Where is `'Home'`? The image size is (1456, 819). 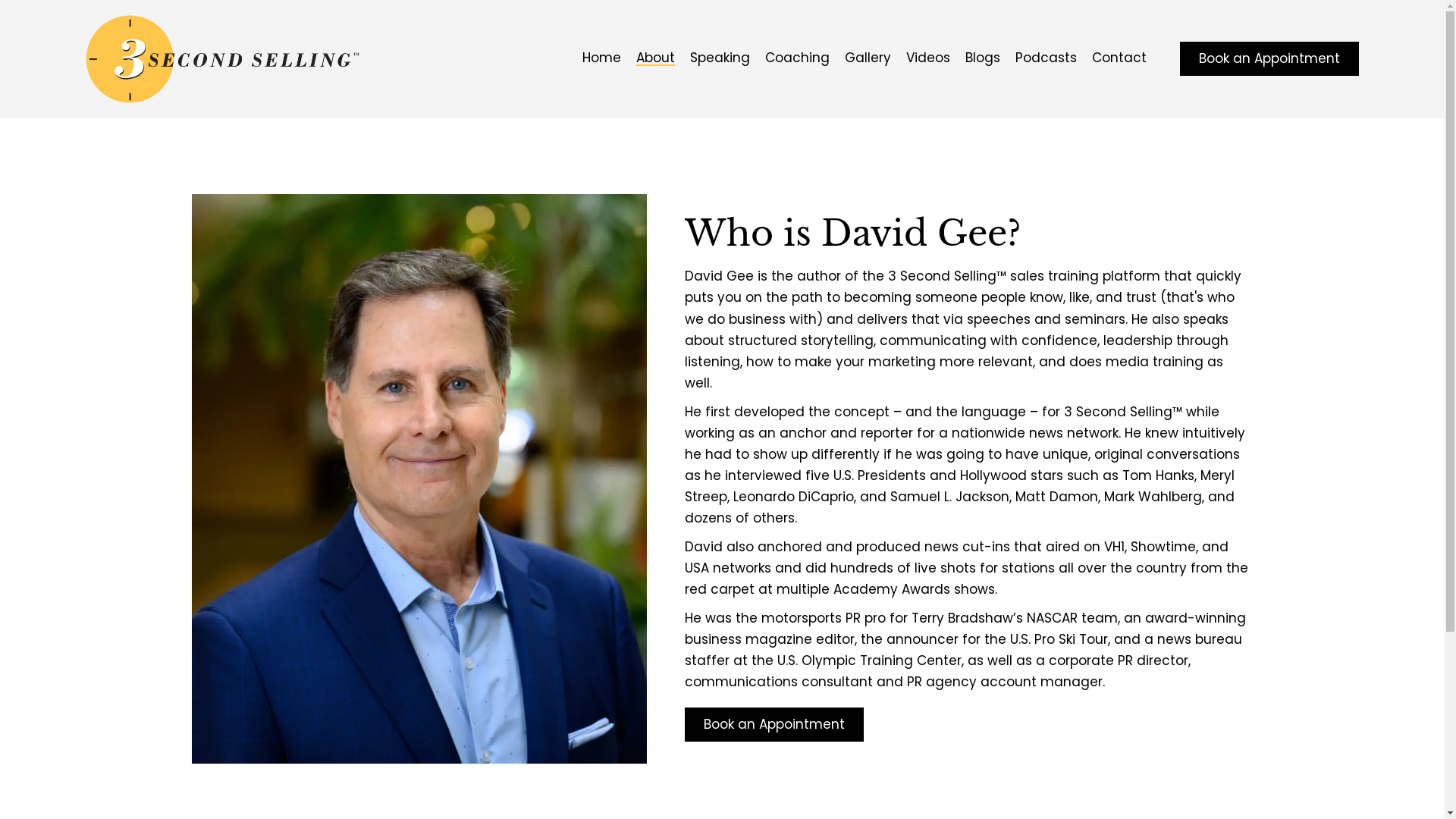
'Home' is located at coordinates (582, 58).